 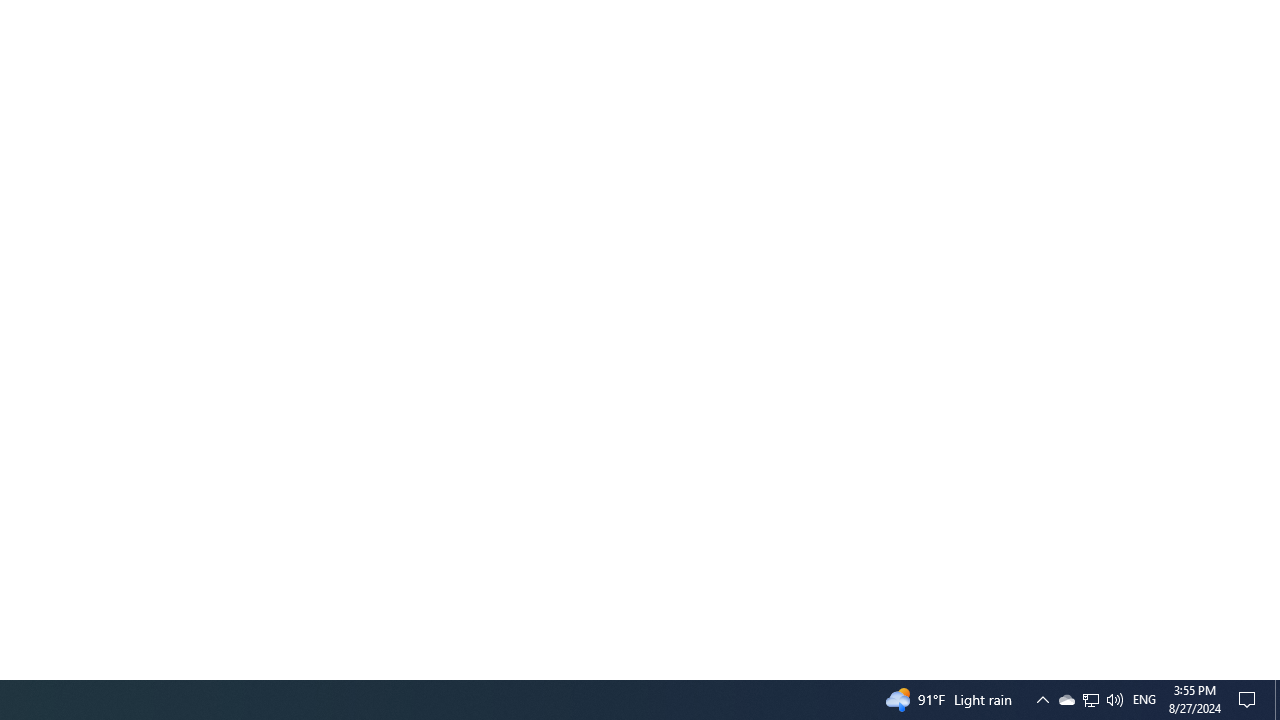 I want to click on 'Tray Input Indicator - English (United States)', so click(x=1144, y=698).